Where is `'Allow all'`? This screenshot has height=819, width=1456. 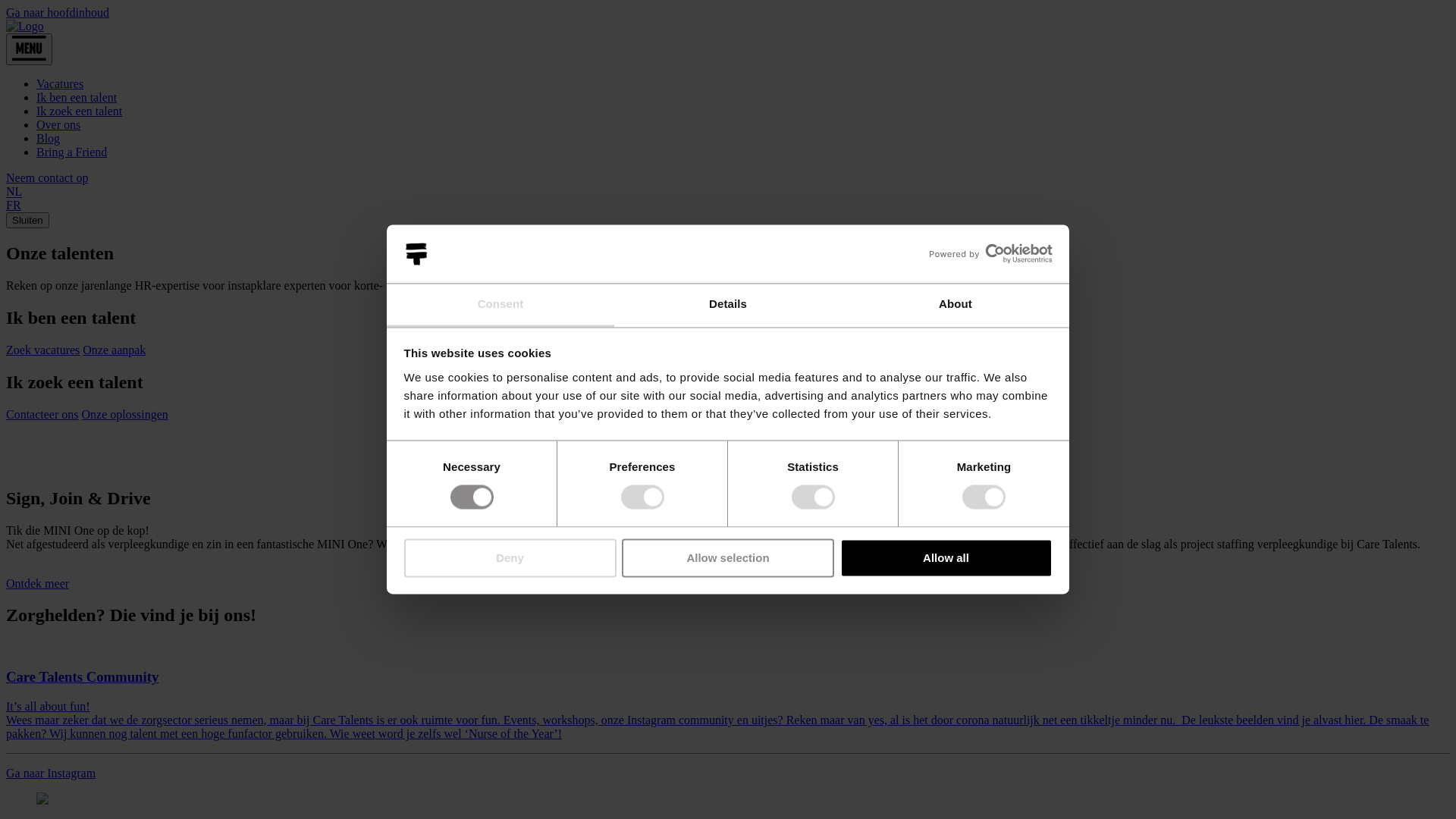
'Allow all' is located at coordinates (946, 557).